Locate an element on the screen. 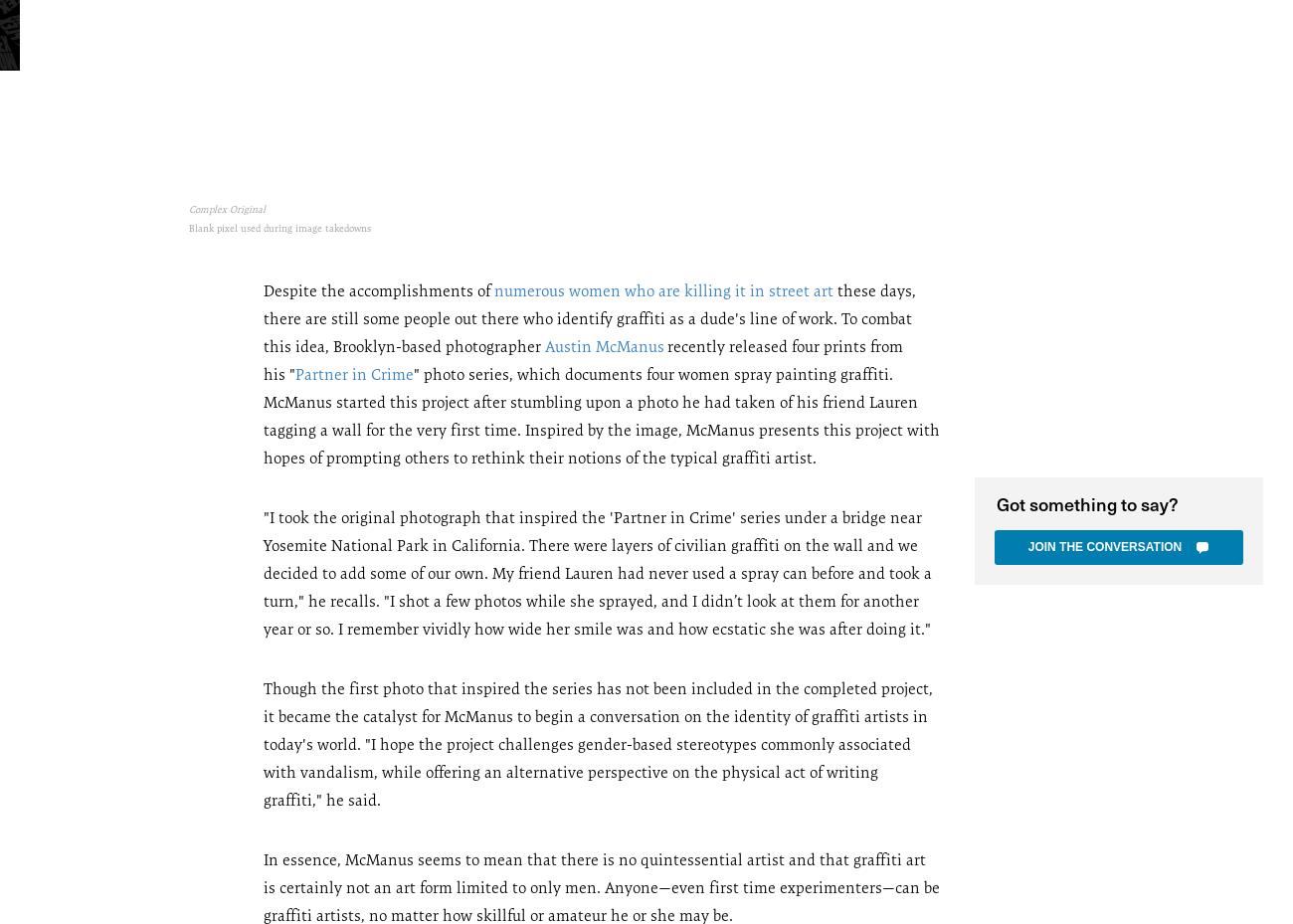 The height and width of the screenshot is (924, 1293). 'JOIN THE CONVERSATION' is located at coordinates (1103, 546).